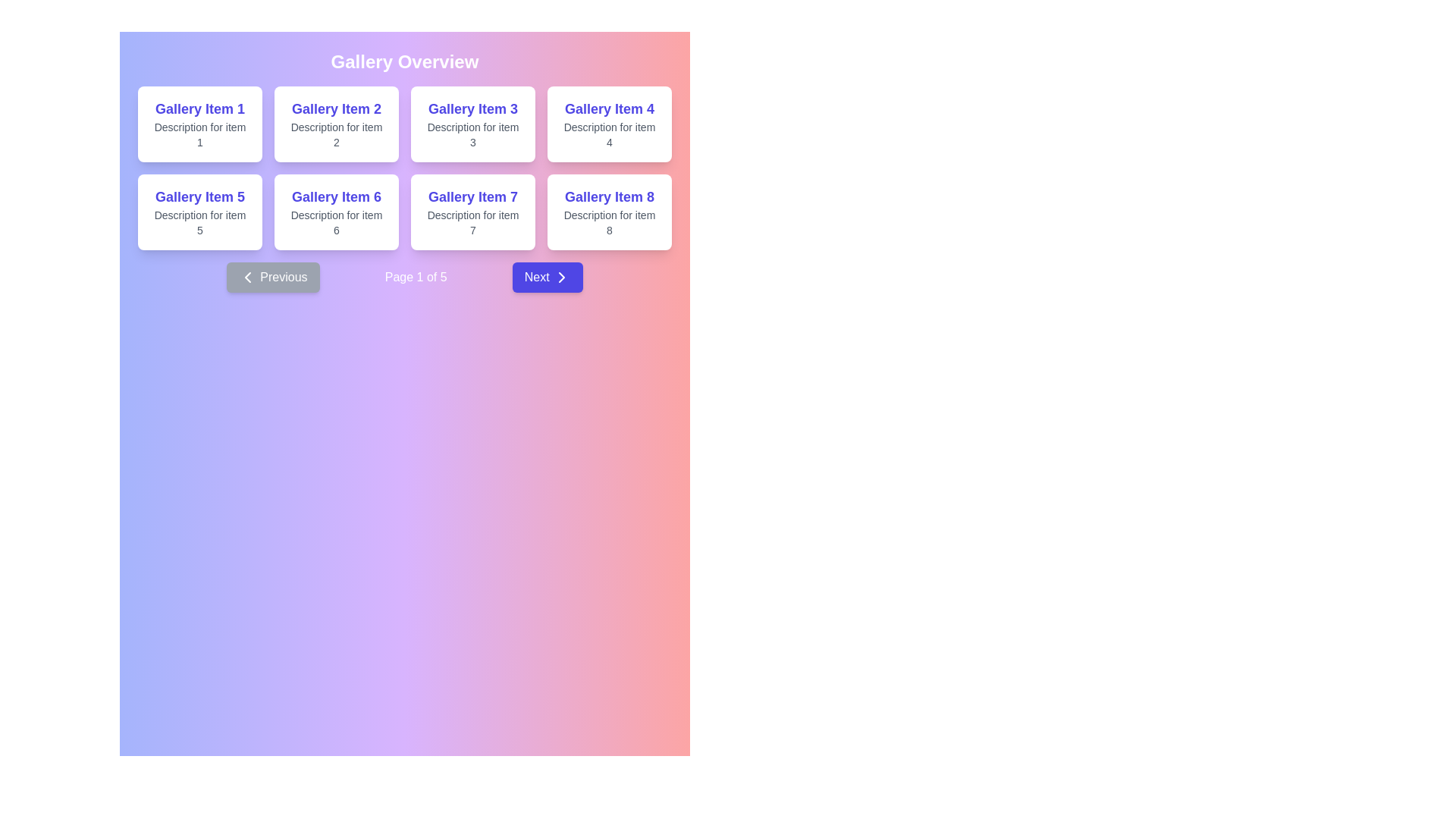  Describe the element at coordinates (610, 124) in the screenshot. I see `the card element titled 'Gallery Item 4' located at the top-right corner of the grid by moving the cursor to its center point` at that location.